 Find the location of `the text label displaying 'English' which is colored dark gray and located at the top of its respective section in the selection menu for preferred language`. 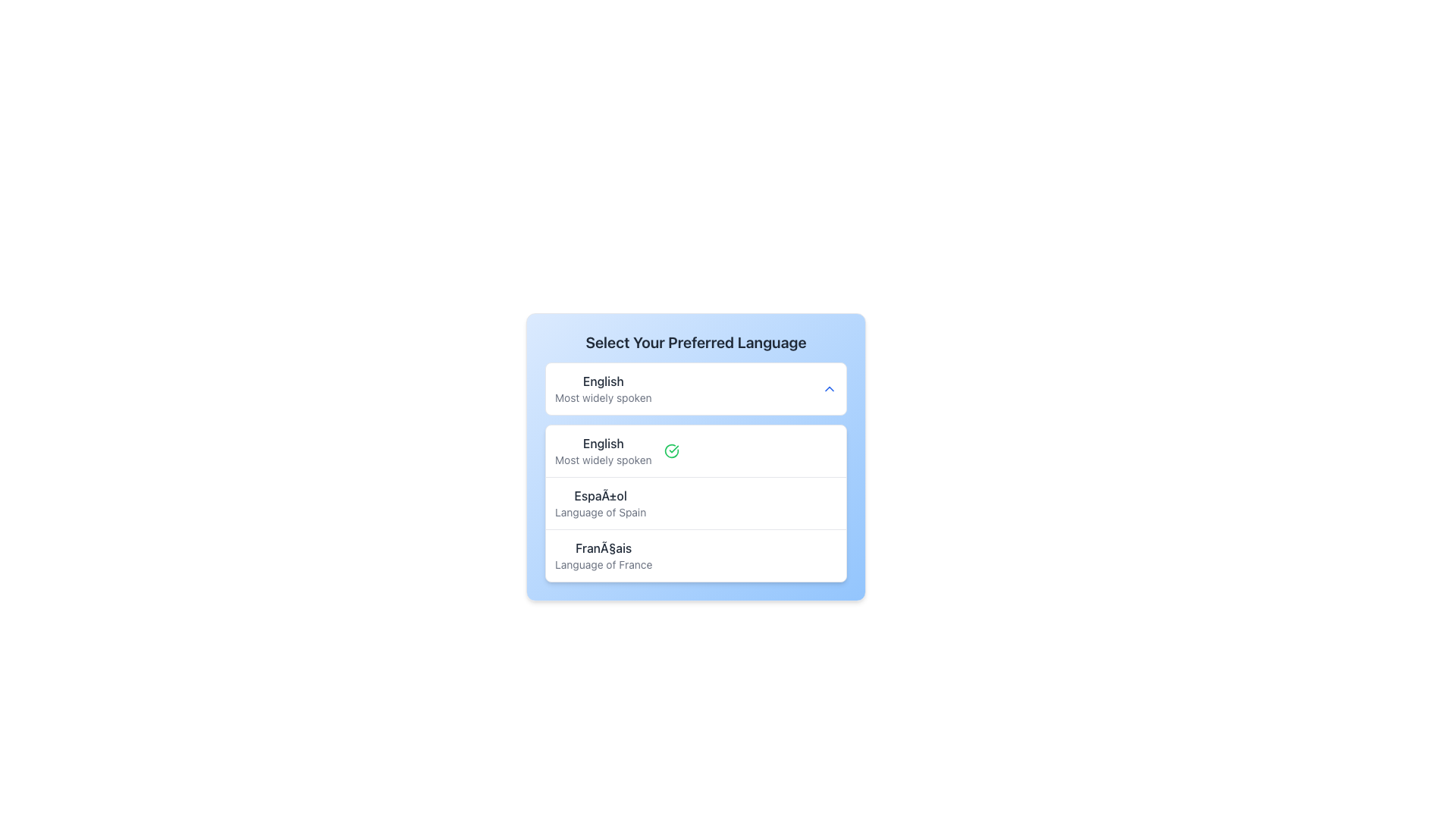

the text label displaying 'English' which is colored dark gray and located at the top of its respective section in the selection menu for preferred language is located at coordinates (602, 380).